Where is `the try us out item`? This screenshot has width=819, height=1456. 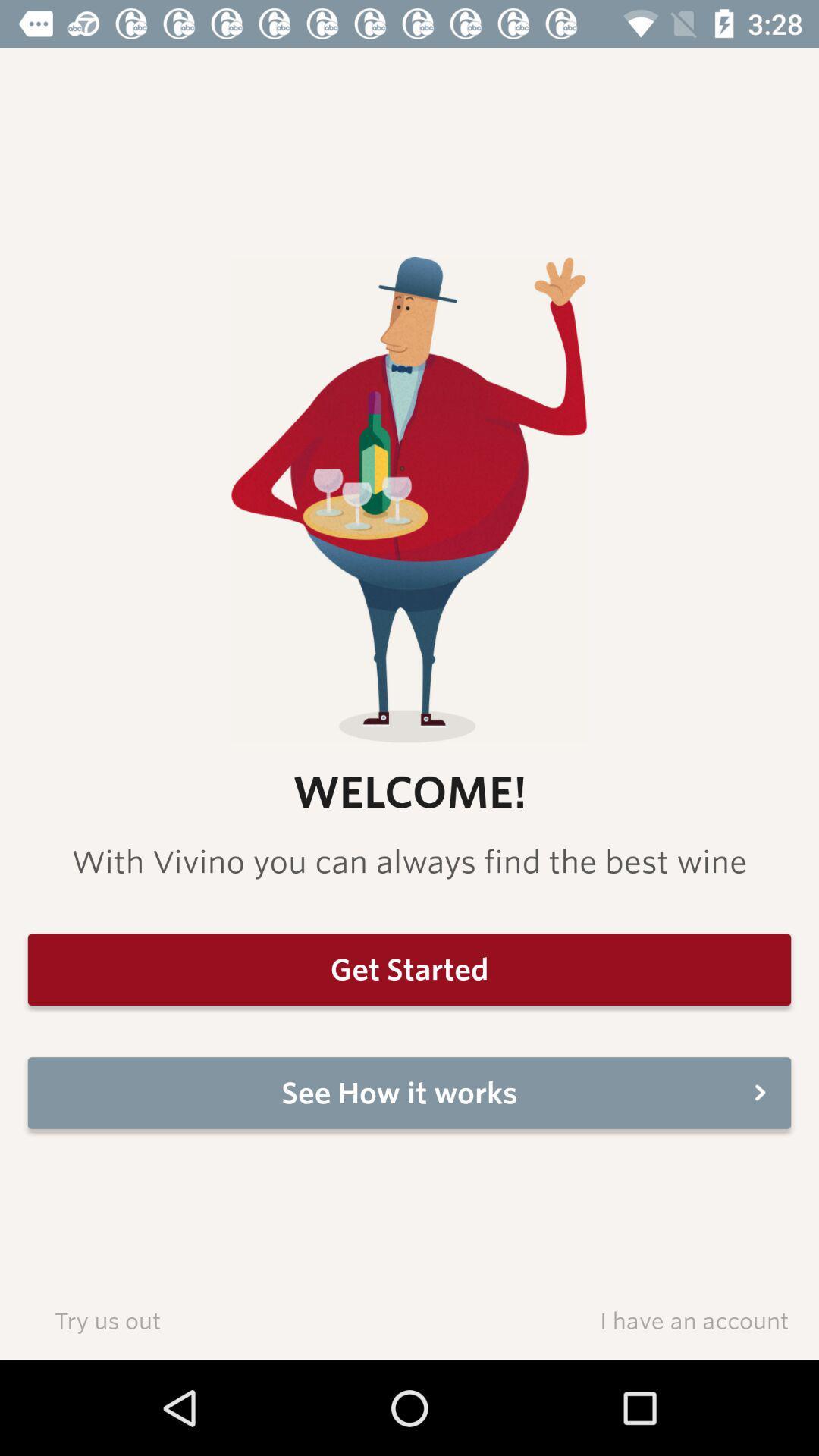 the try us out item is located at coordinates (106, 1319).